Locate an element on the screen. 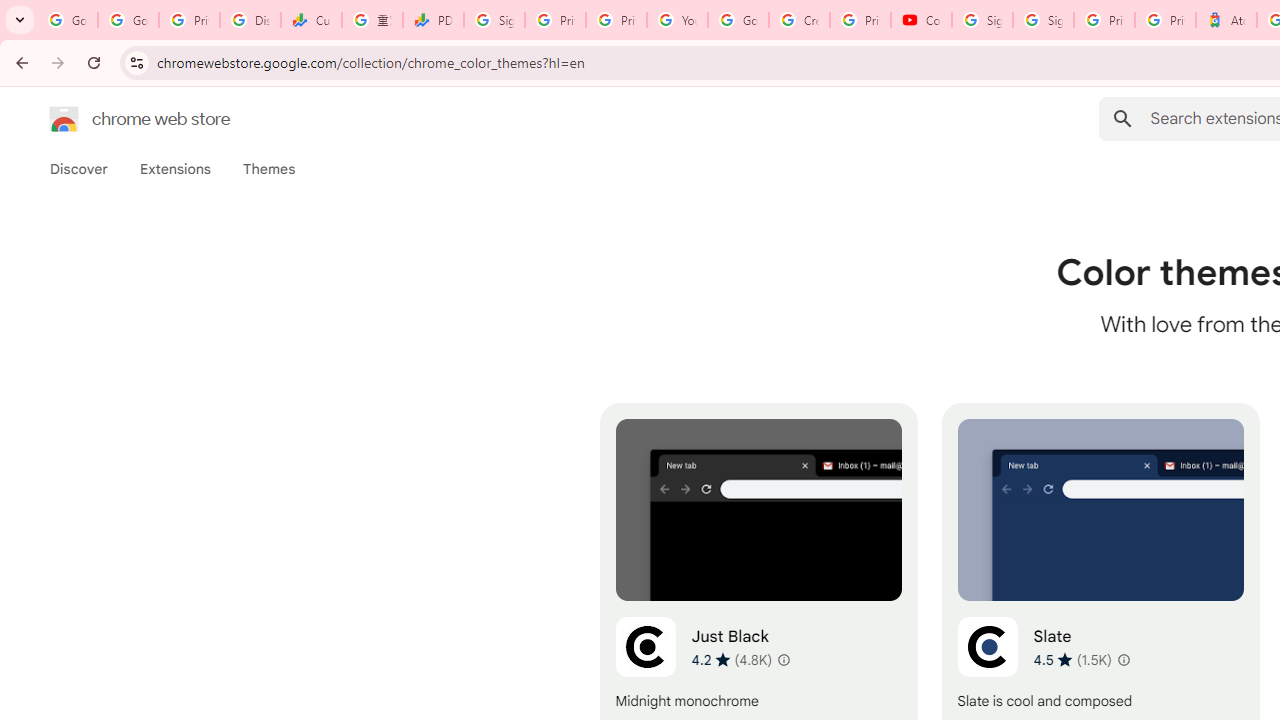  'PDD Holdings Inc - ADR (PDD) Price & News - Google Finance' is located at coordinates (432, 20).